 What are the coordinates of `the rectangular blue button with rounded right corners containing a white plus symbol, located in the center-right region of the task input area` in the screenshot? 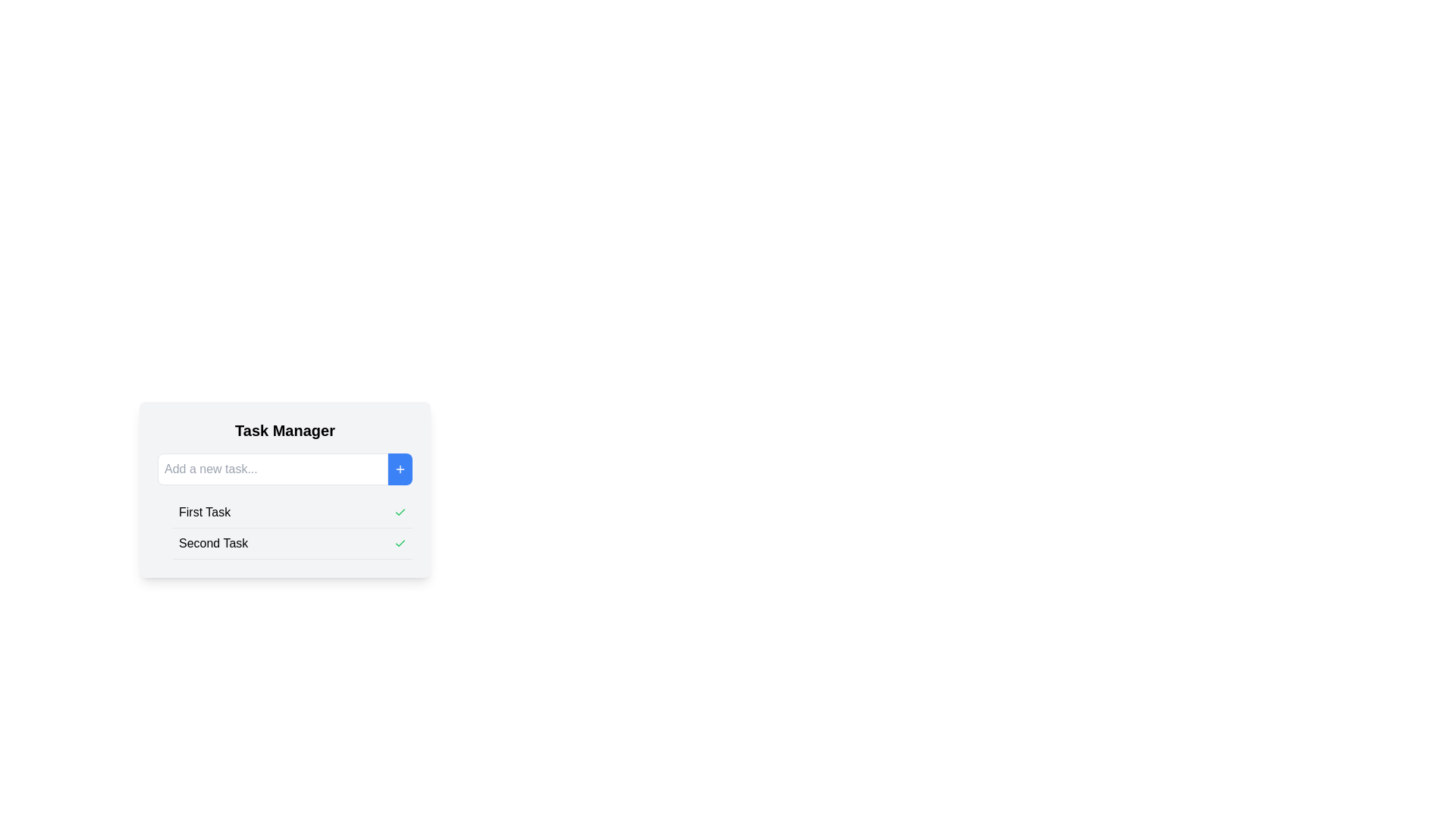 It's located at (400, 468).